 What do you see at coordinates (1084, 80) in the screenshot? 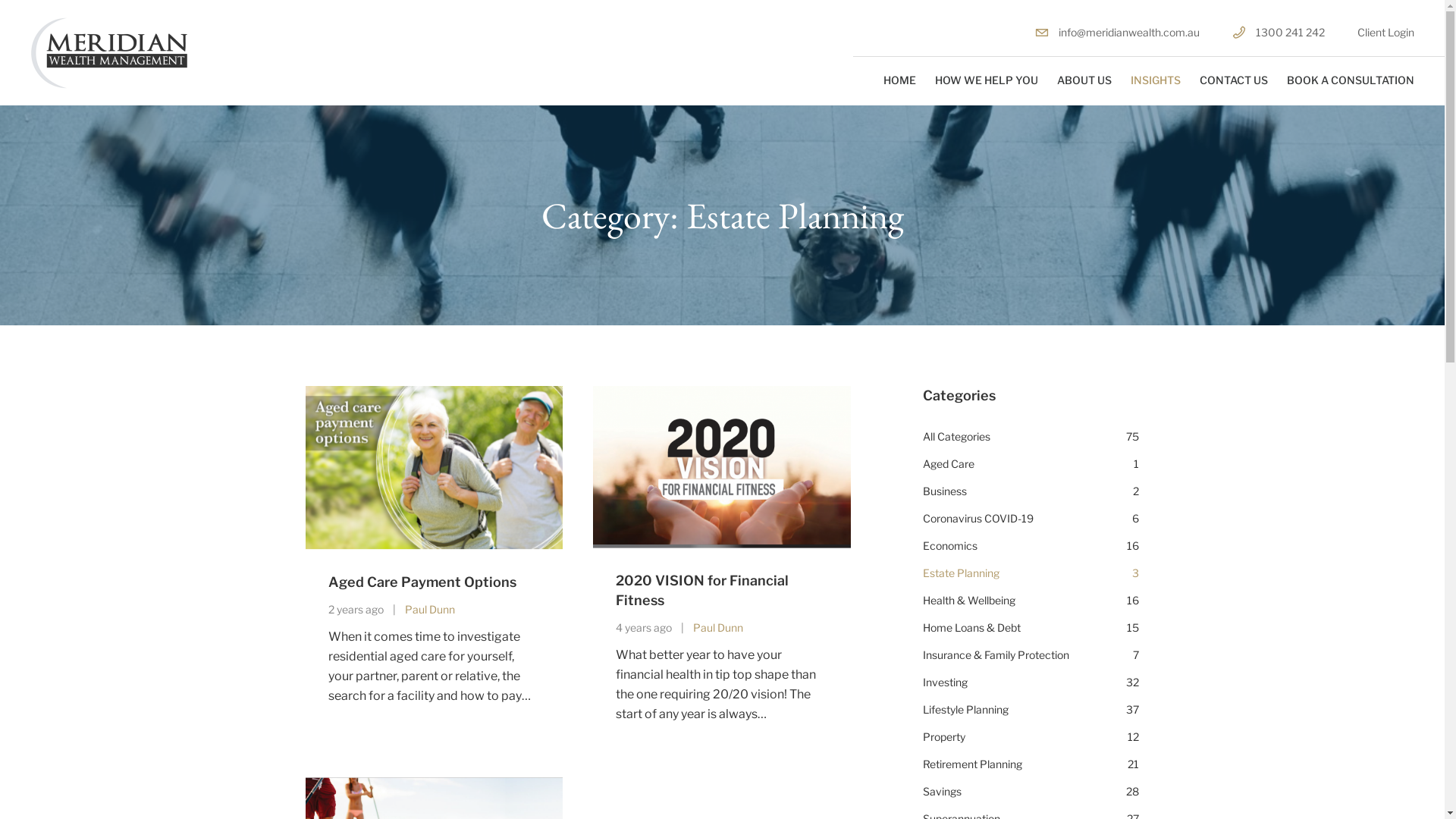
I see `'ABOUT US'` at bounding box center [1084, 80].